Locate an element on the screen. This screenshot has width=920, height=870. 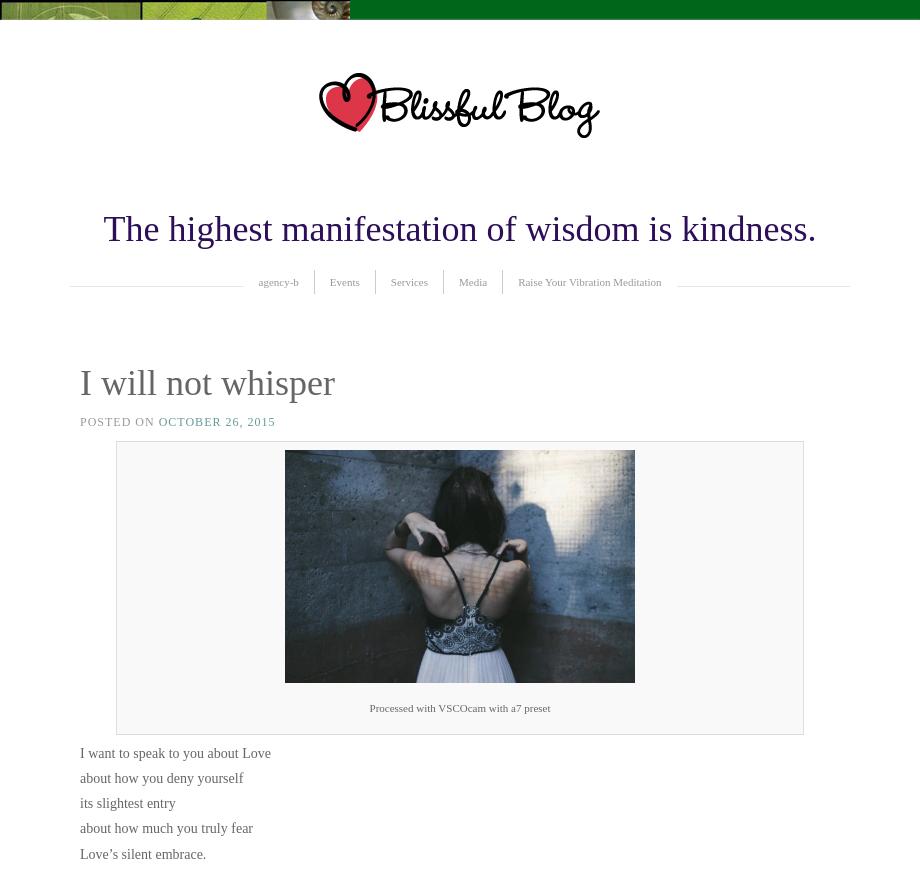
'Posted on' is located at coordinates (80, 422).